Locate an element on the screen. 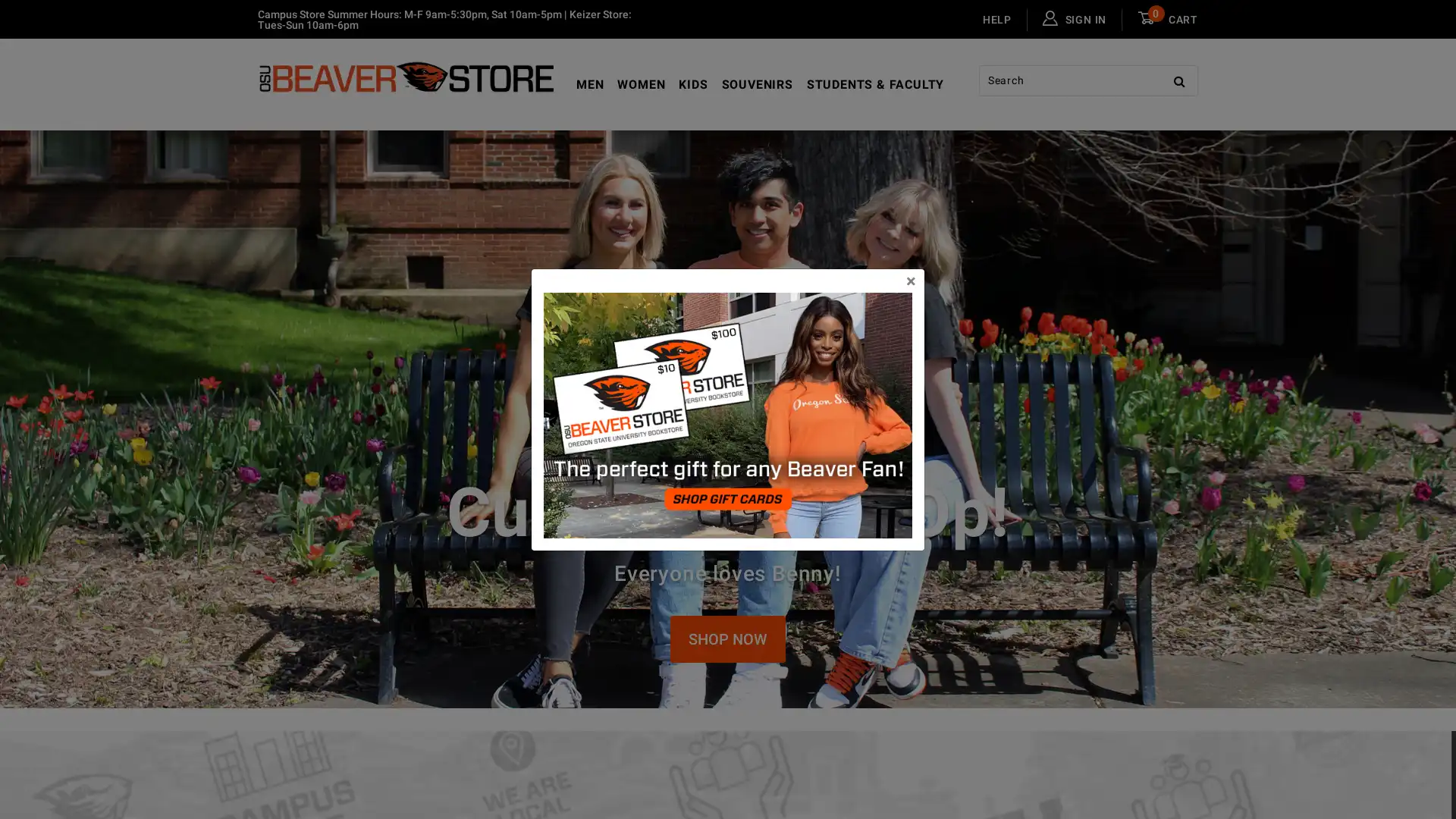  Close is located at coordinates (910, 281).